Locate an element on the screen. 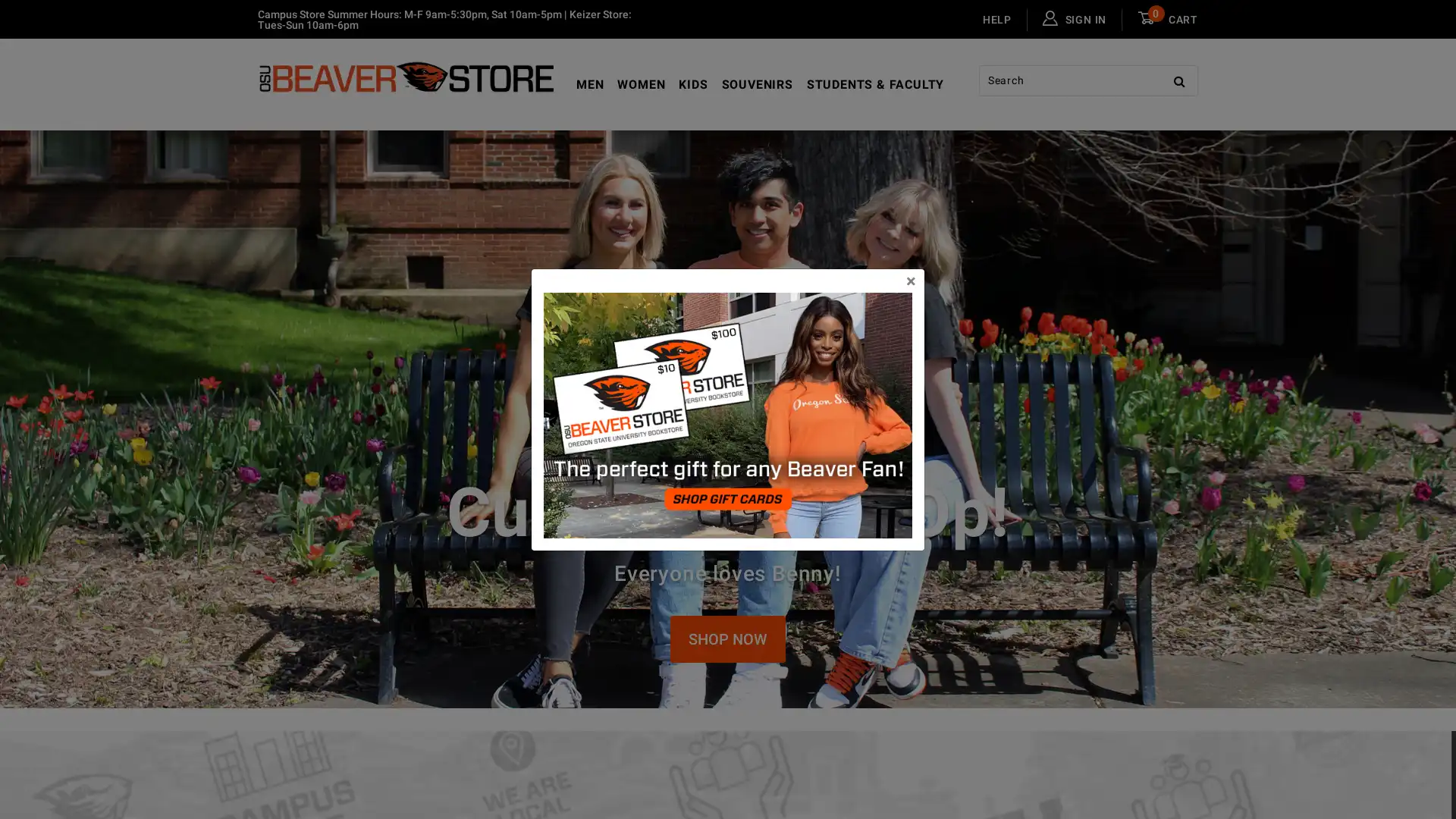  Close is located at coordinates (910, 281).